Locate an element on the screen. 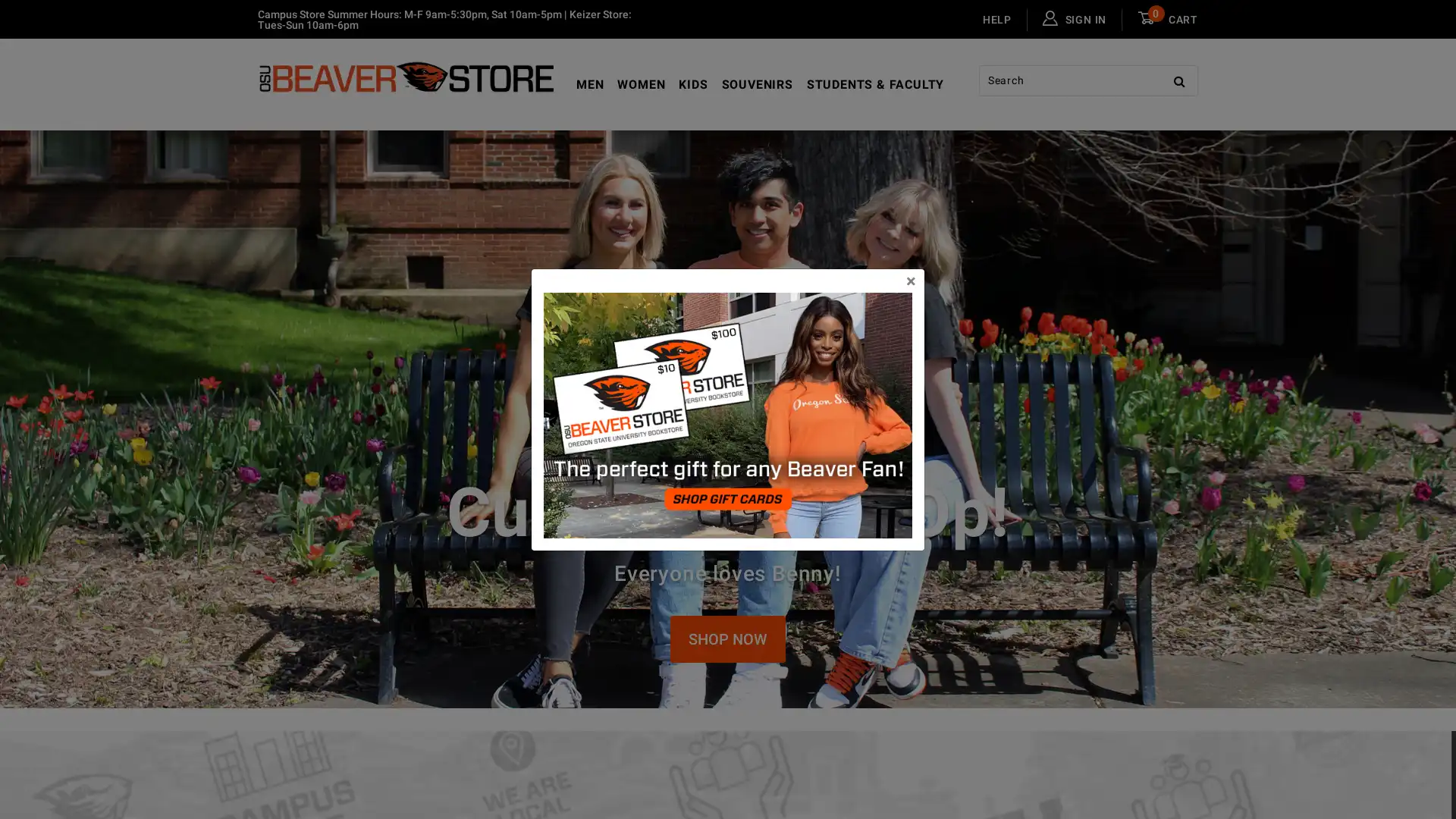  Close is located at coordinates (910, 281).